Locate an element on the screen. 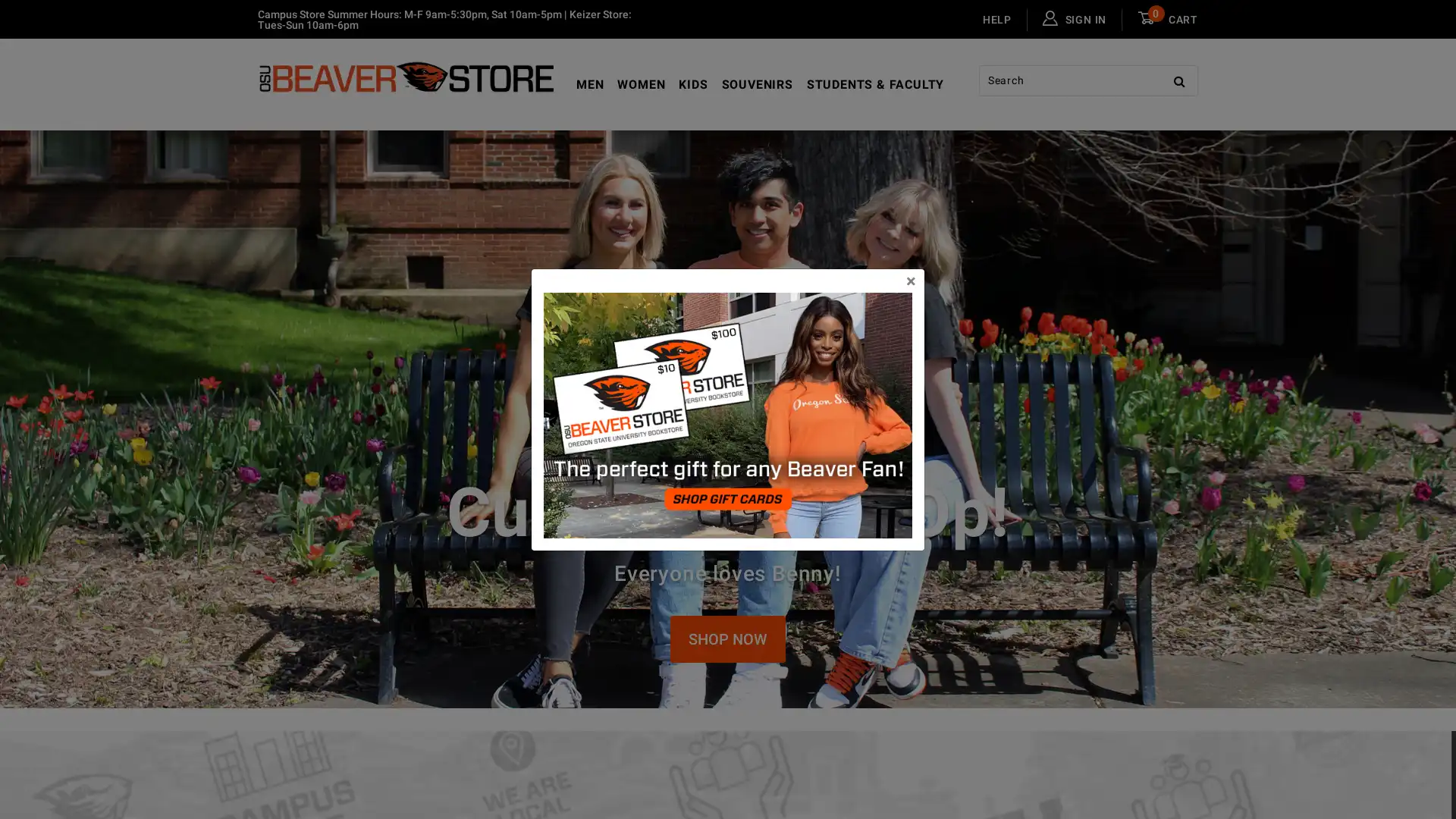  Close is located at coordinates (910, 281).